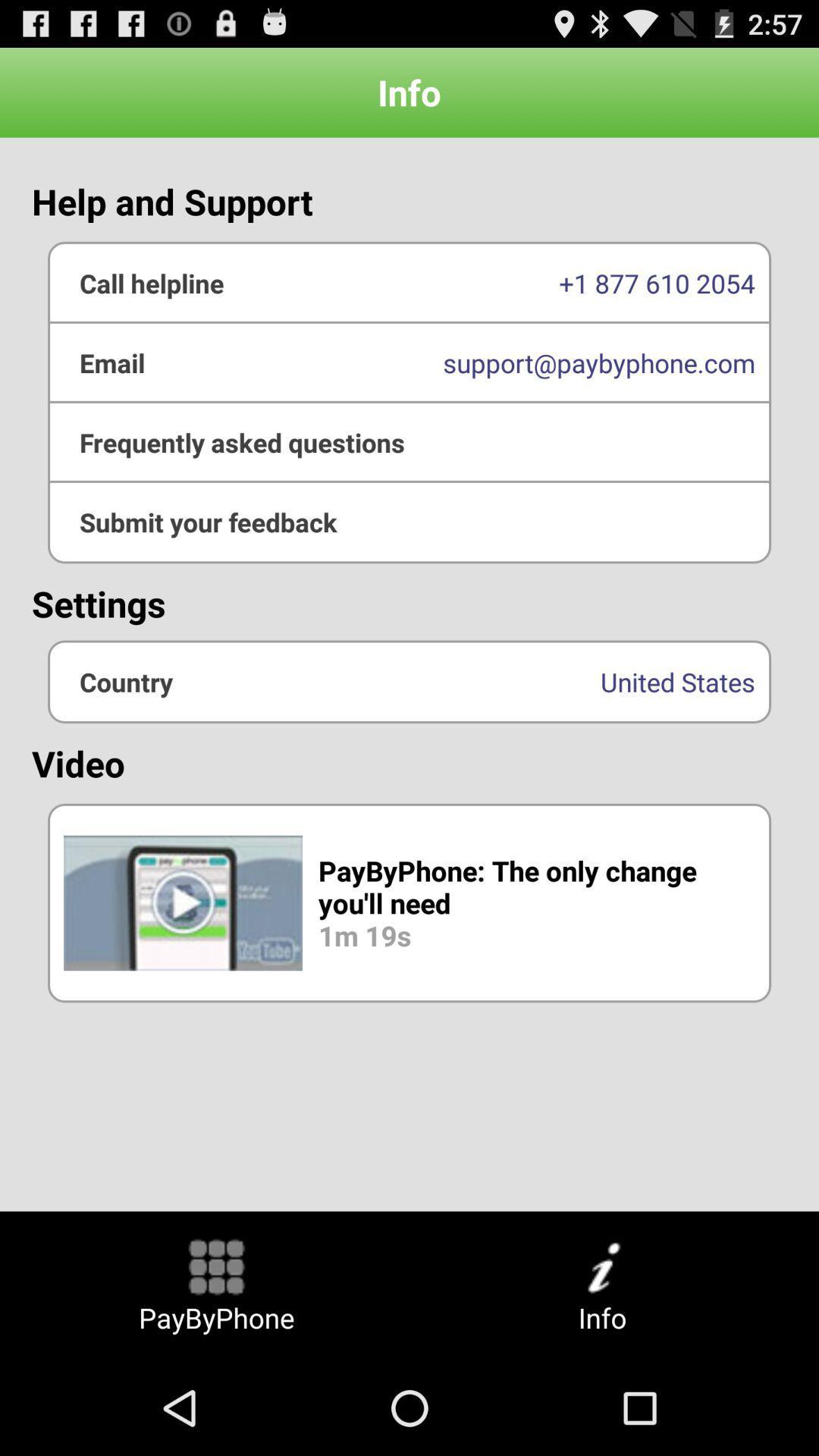 This screenshot has width=819, height=1456. I want to click on give feedback about the app, so click(409, 522).